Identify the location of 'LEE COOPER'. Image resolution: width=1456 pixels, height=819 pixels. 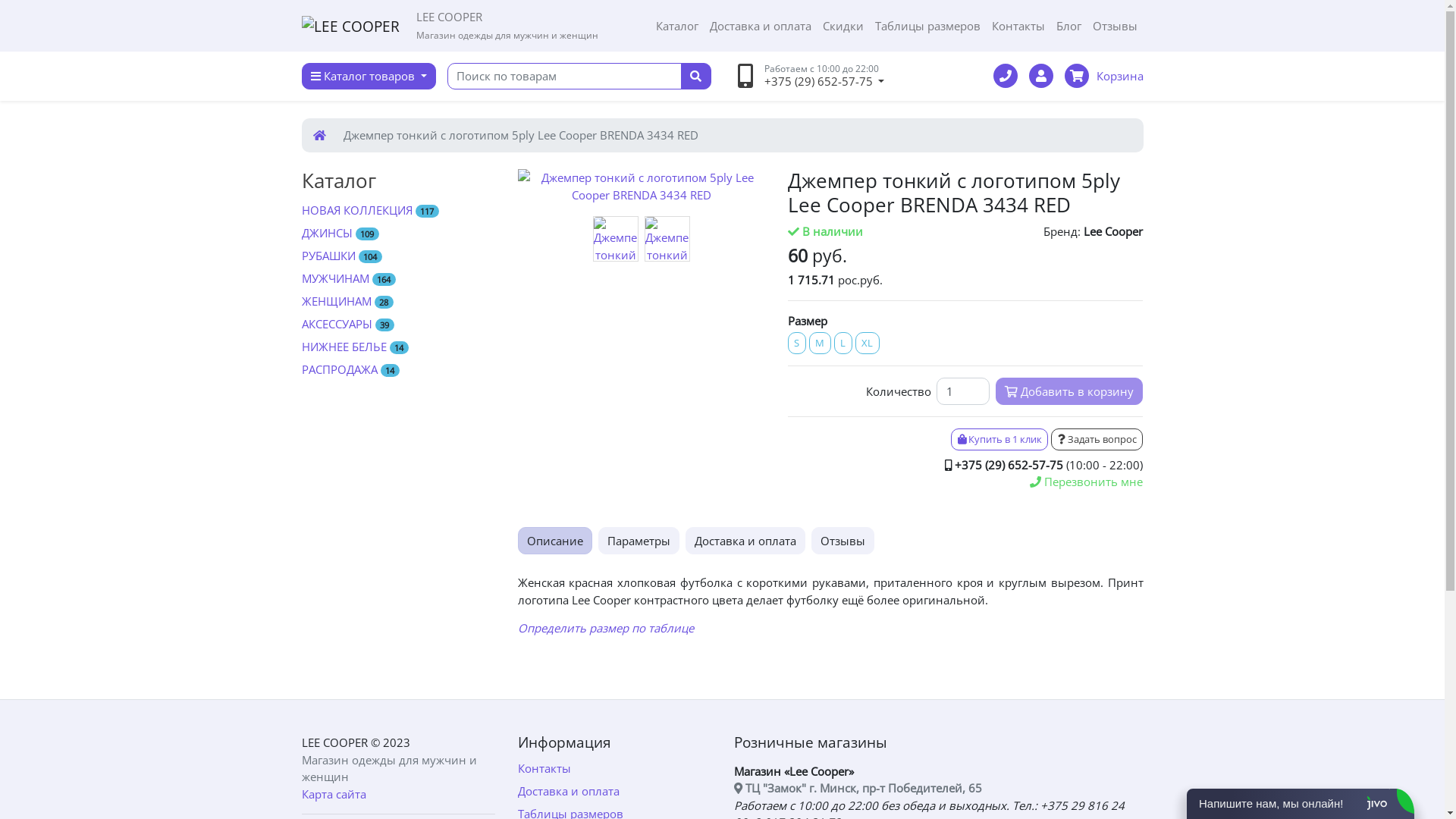
(350, 26).